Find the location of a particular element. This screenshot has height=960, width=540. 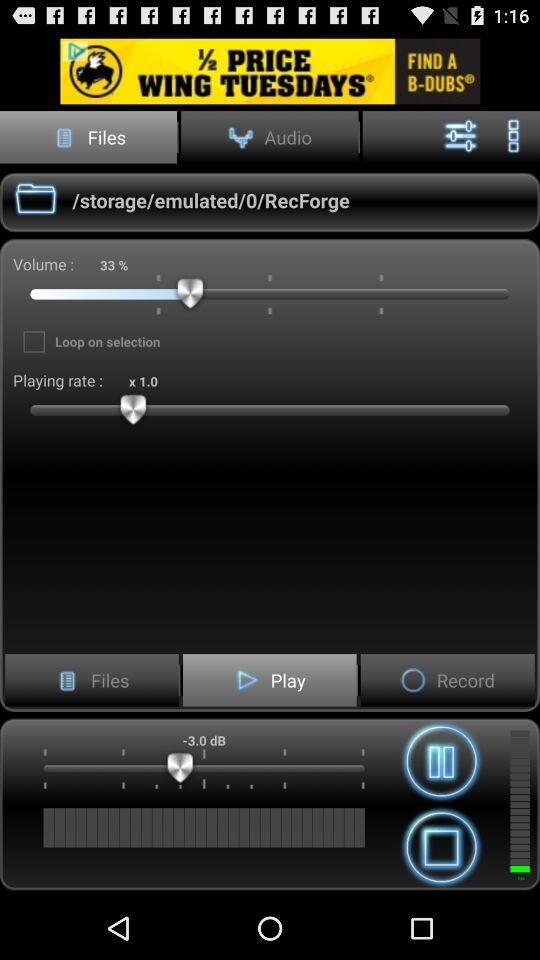

the pause icon is located at coordinates (441, 814).